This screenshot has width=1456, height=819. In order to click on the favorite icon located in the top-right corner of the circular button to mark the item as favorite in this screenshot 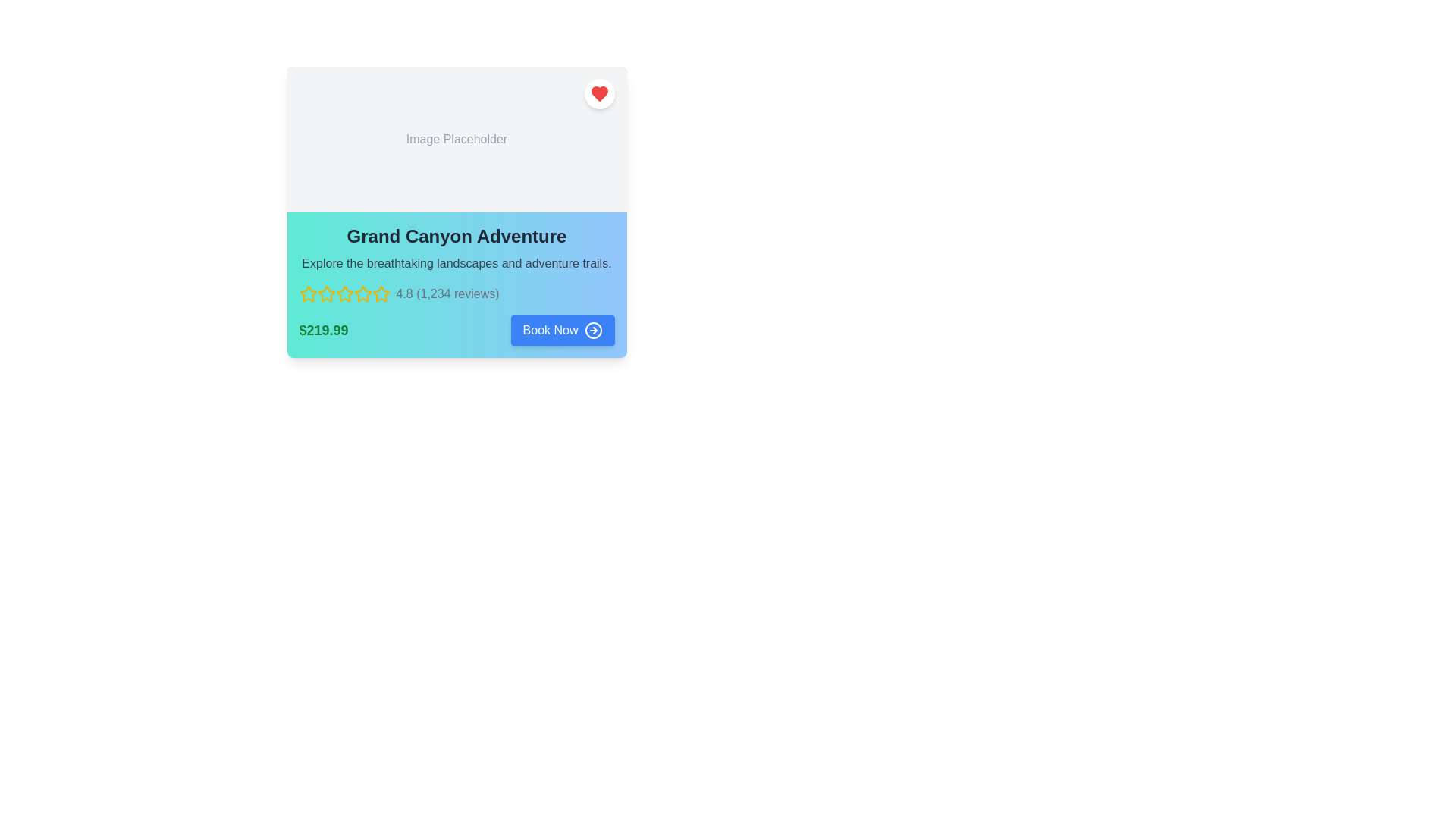, I will do `click(598, 93)`.